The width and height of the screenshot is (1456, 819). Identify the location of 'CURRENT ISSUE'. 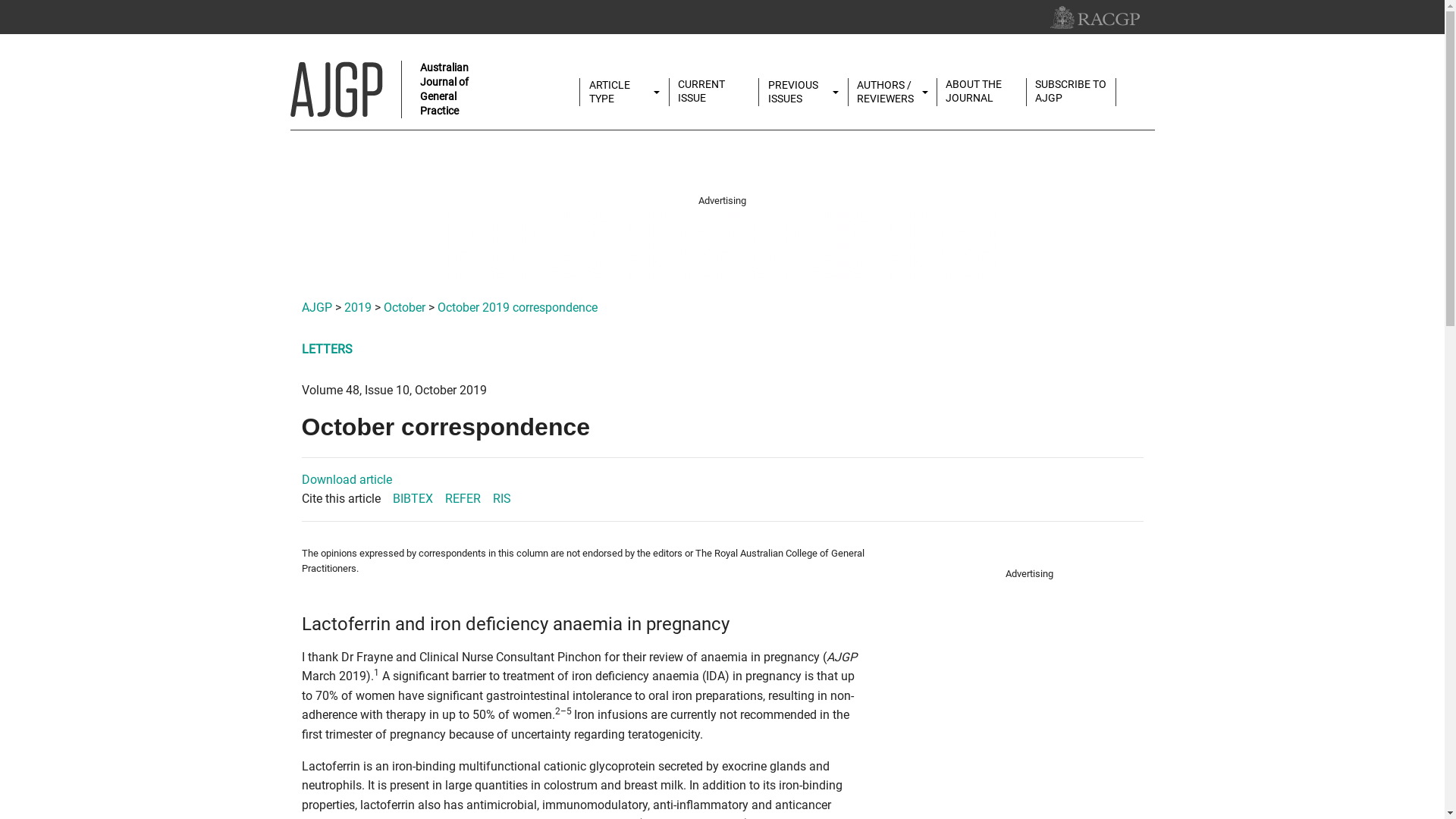
(713, 91).